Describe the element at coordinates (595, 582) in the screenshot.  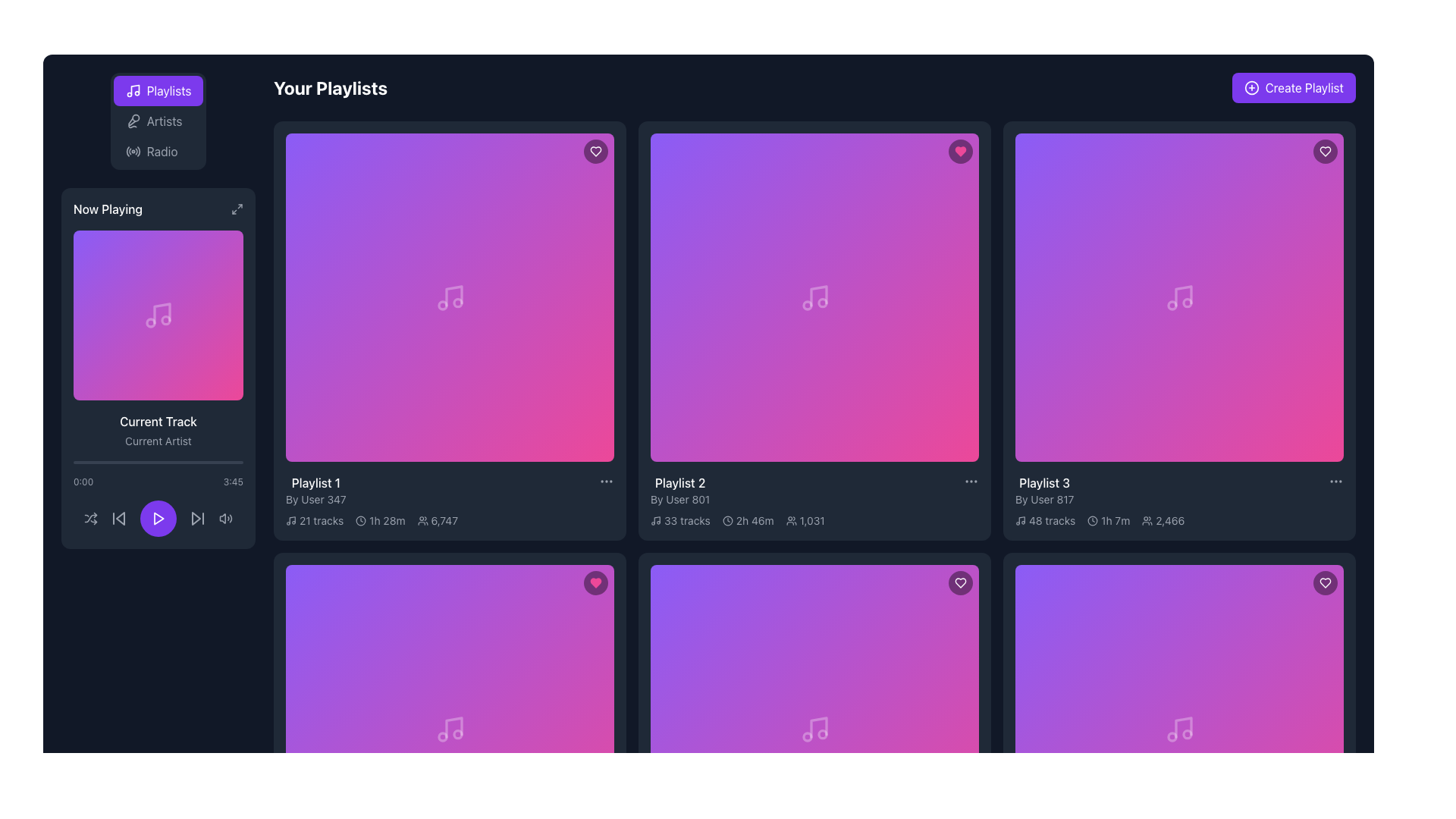
I see `the pink heart icon button located at the upper right corner of 'Playlist 2'` at that location.